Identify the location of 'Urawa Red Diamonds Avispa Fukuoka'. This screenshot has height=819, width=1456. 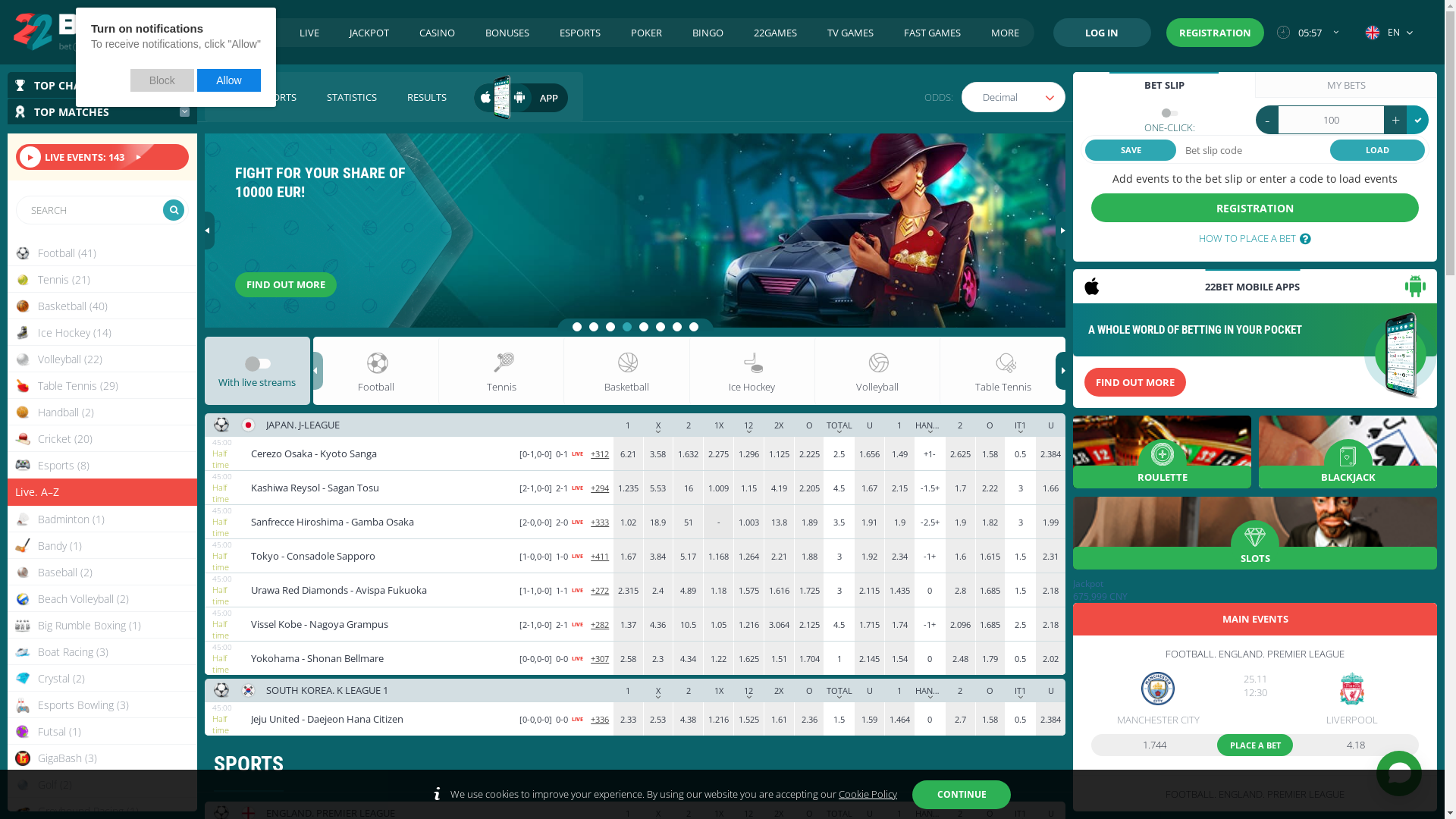
(379, 589).